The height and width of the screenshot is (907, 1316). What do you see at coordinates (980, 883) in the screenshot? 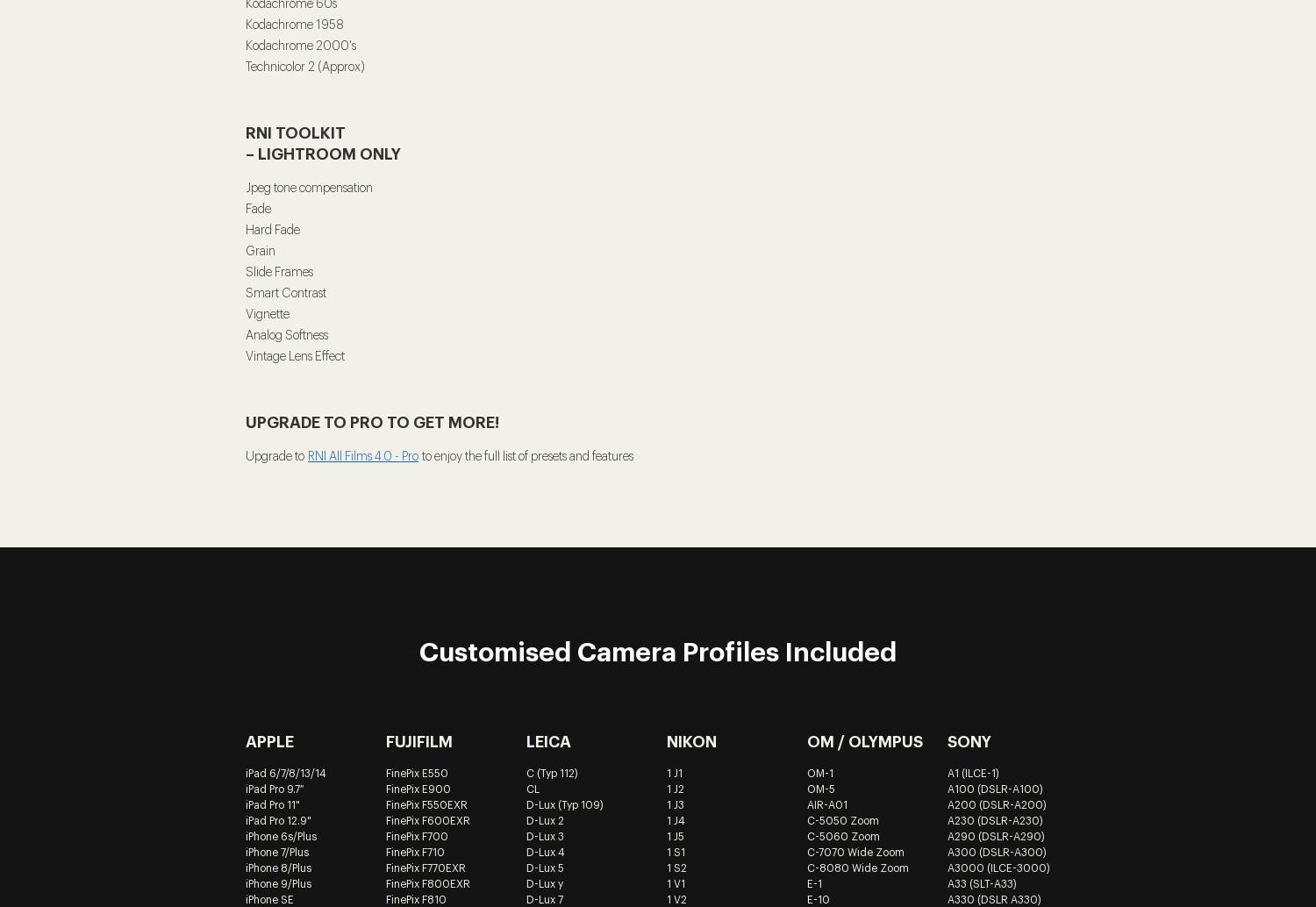
I see `'A33 (SLT-A33)'` at bounding box center [980, 883].